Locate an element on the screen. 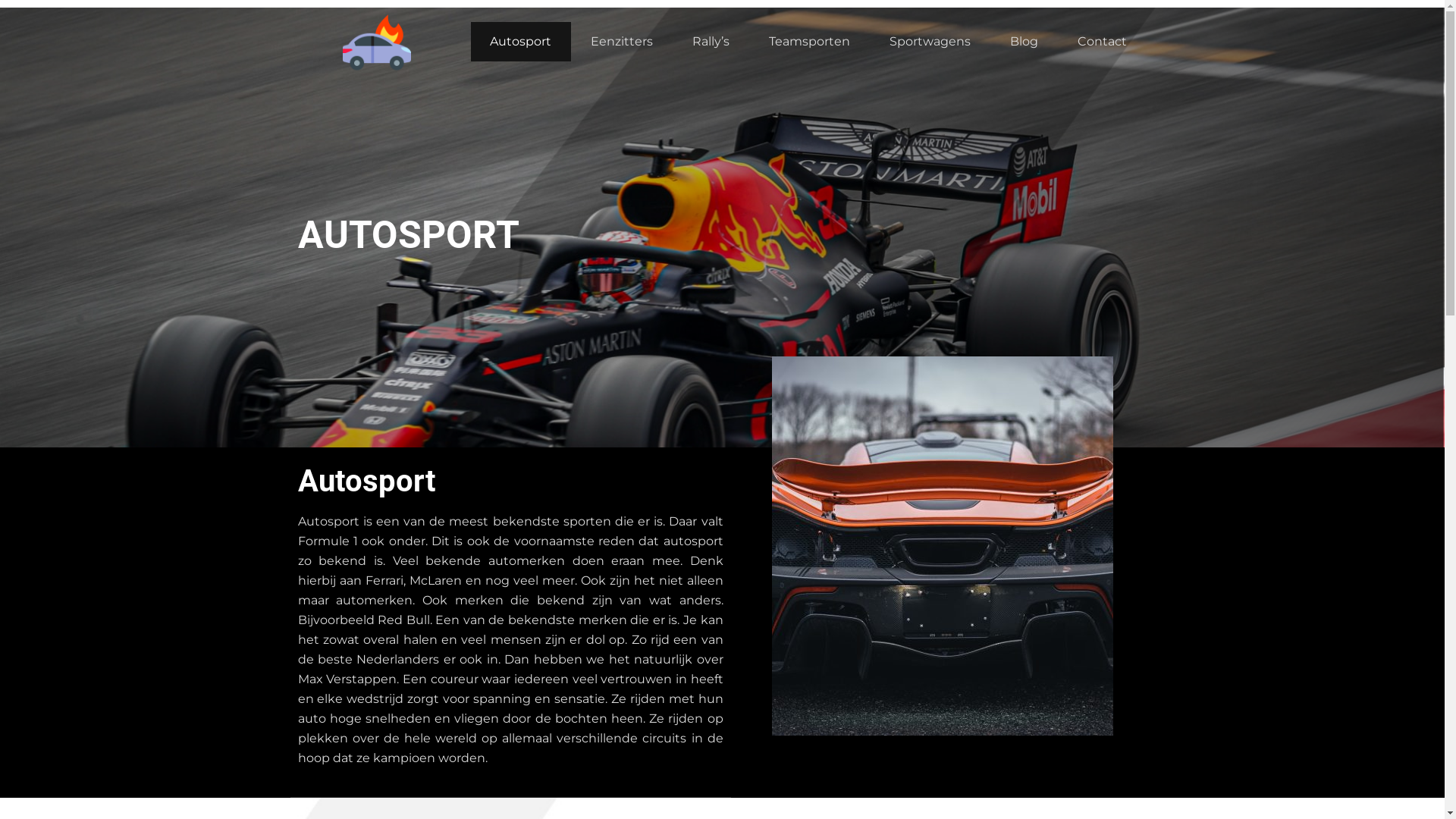 The height and width of the screenshot is (819, 1456). 'Contact' is located at coordinates (1102, 40).